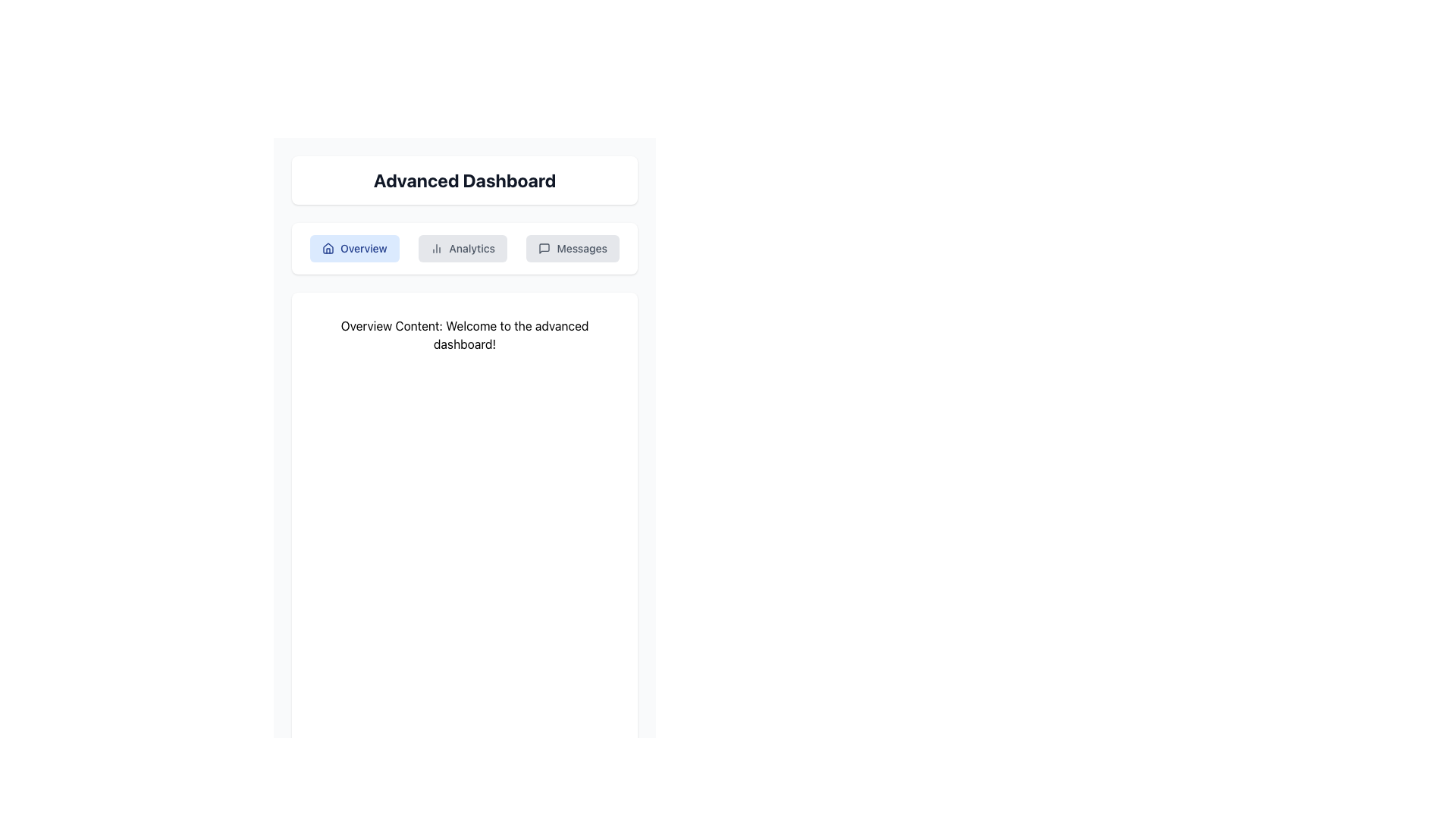 This screenshot has width=1456, height=819. What do you see at coordinates (544, 247) in the screenshot?
I see `the speech bubble icon located within the 'Messages' button on the Advanced Dashboard, which is the third button in the navigation row` at bounding box center [544, 247].